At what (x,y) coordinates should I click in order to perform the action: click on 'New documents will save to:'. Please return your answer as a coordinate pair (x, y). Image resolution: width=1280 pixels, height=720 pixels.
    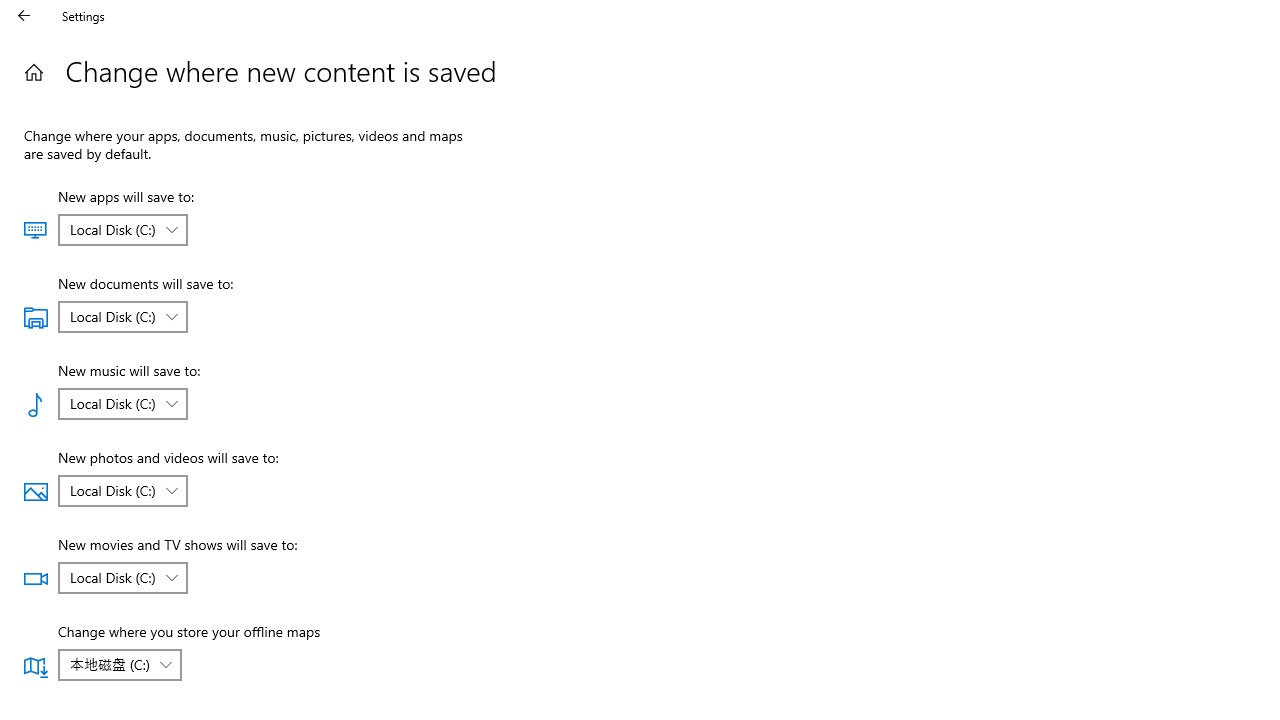
    Looking at the image, I should click on (121, 315).